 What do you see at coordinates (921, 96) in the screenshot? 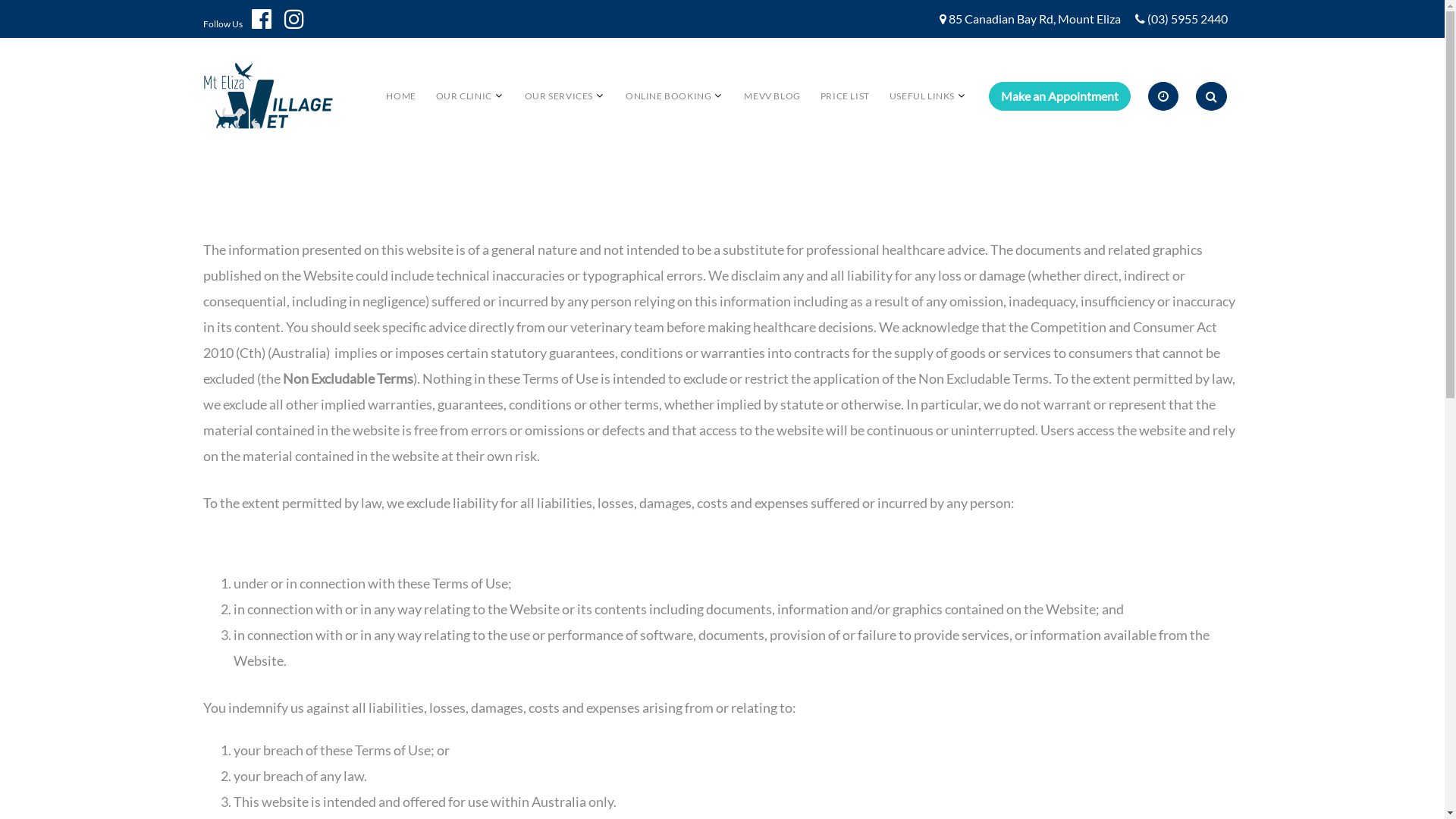
I see `'USEFUL LINKS'` at bounding box center [921, 96].